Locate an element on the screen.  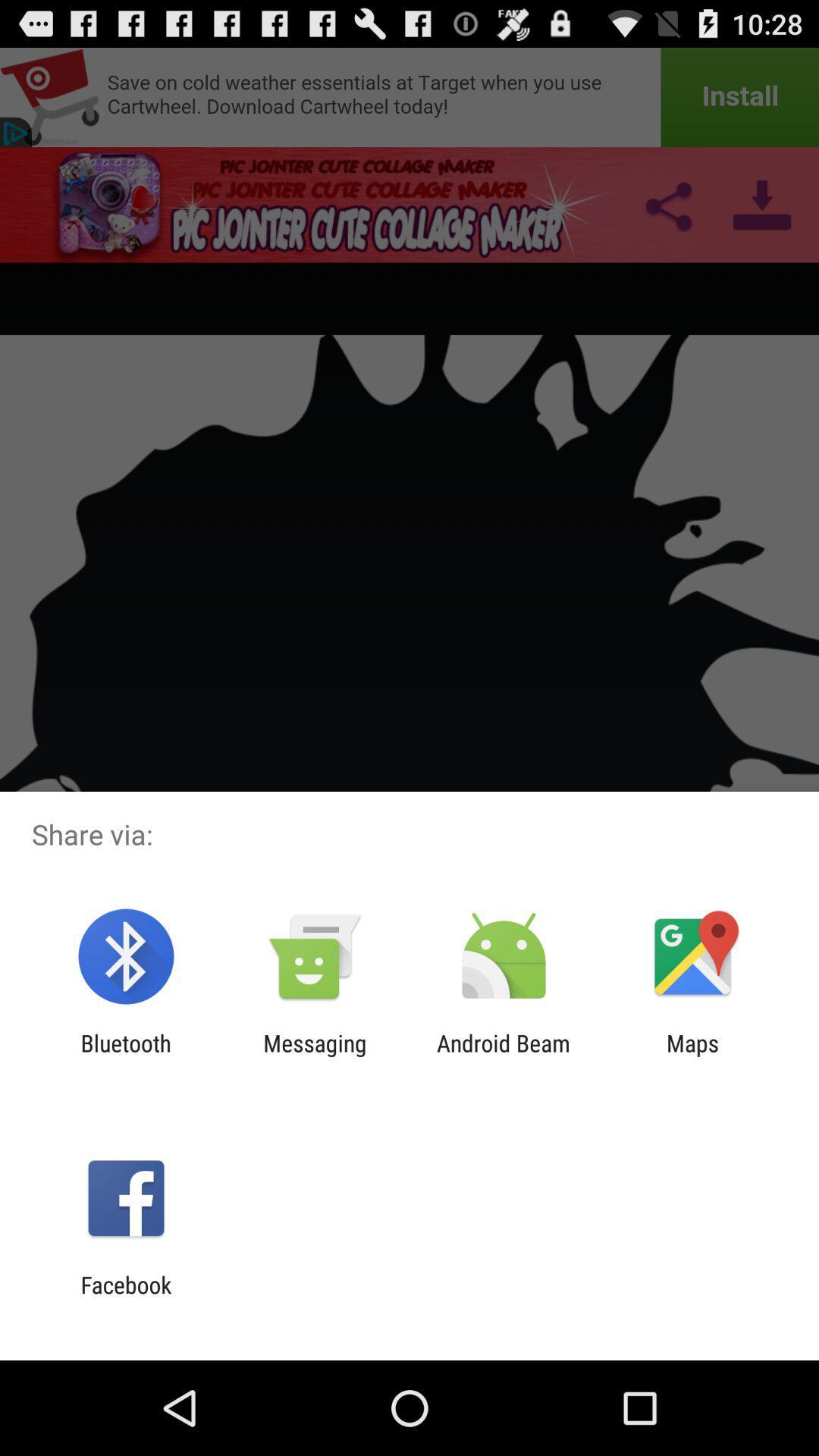
the messaging icon is located at coordinates (314, 1056).